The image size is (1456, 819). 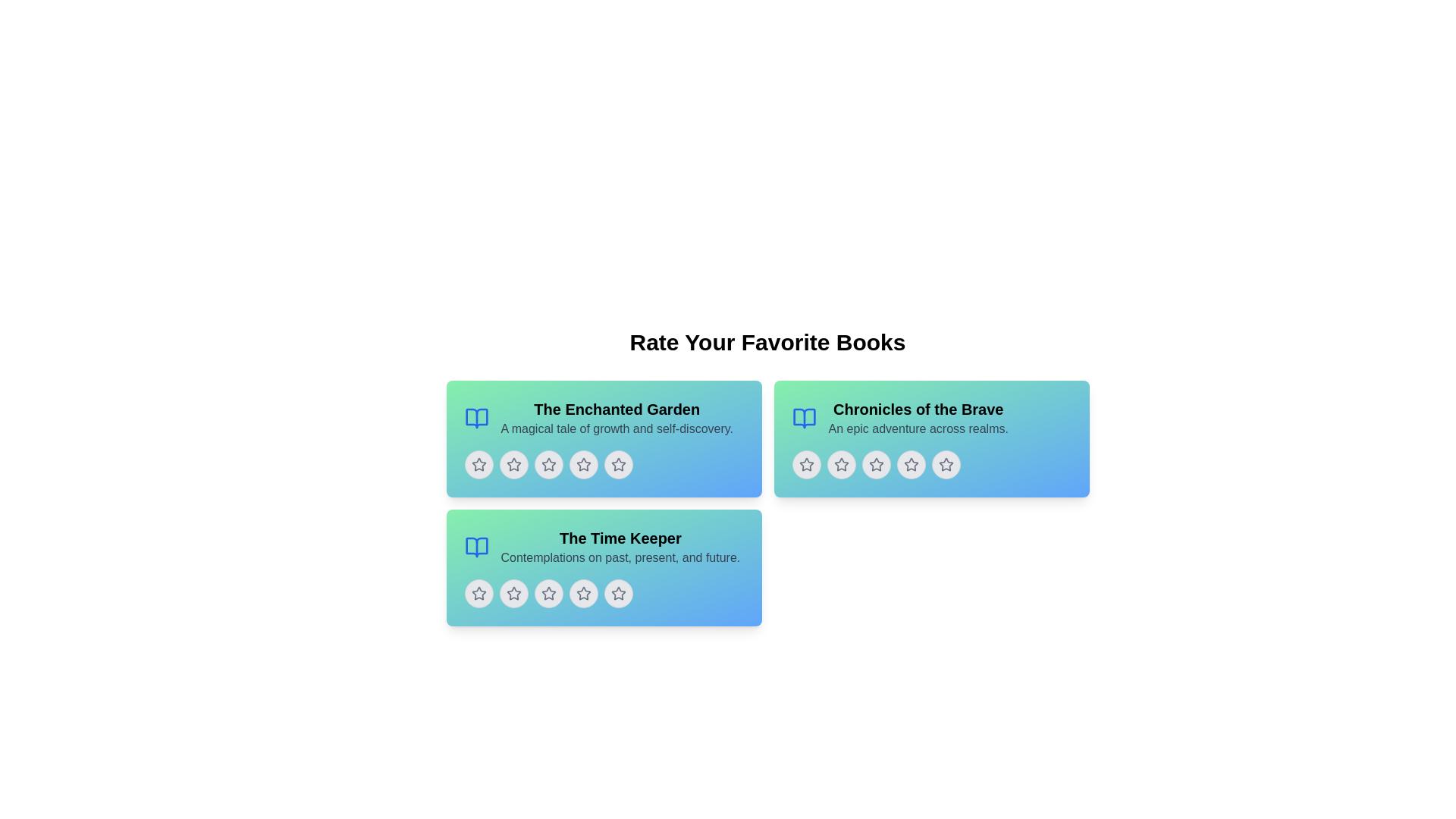 I want to click on the third star in the rating section to provide a rating of three stars for 'The Enchanted Garden', so click(x=582, y=464).